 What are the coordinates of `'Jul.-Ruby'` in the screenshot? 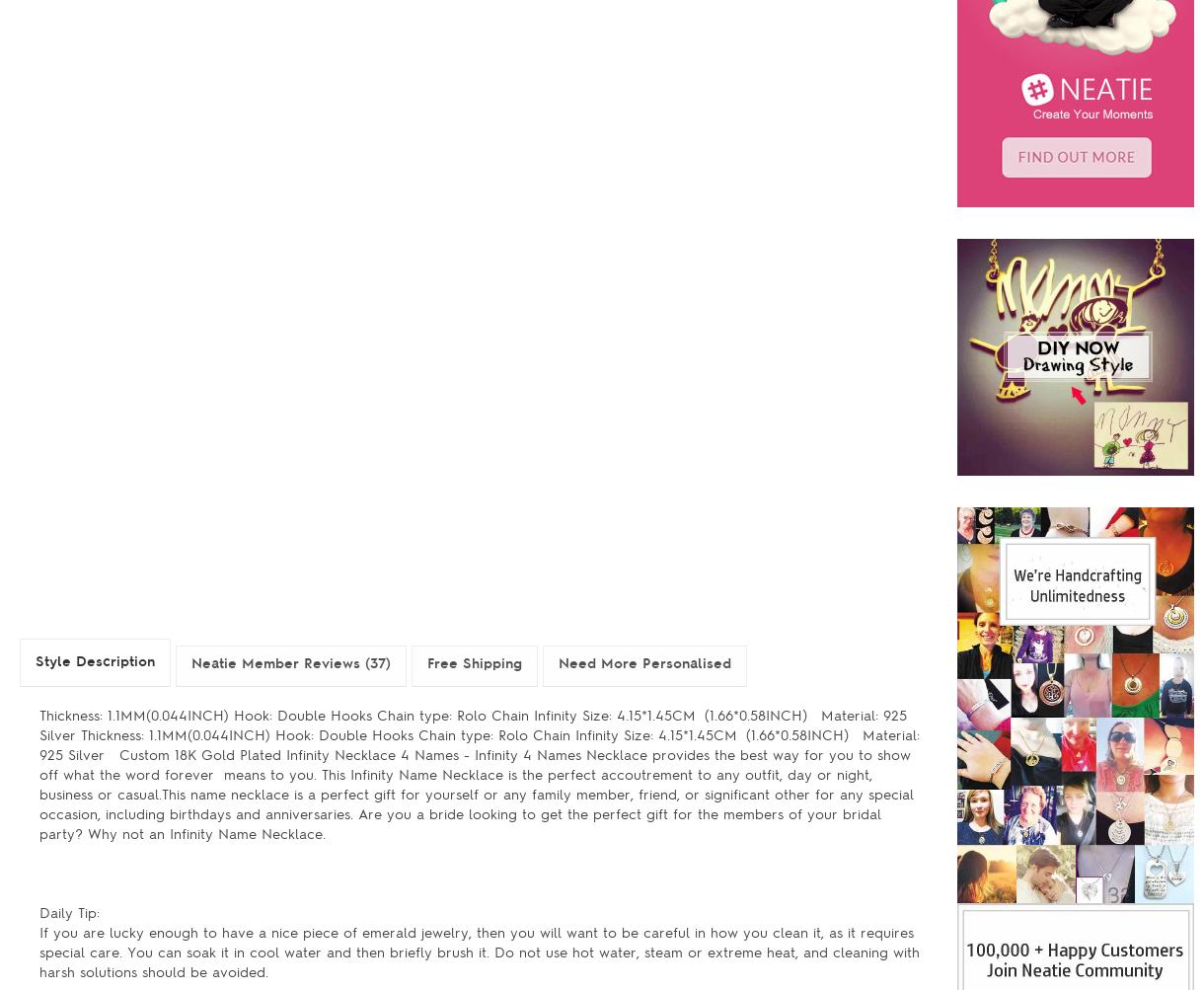 It's located at (573, 114).